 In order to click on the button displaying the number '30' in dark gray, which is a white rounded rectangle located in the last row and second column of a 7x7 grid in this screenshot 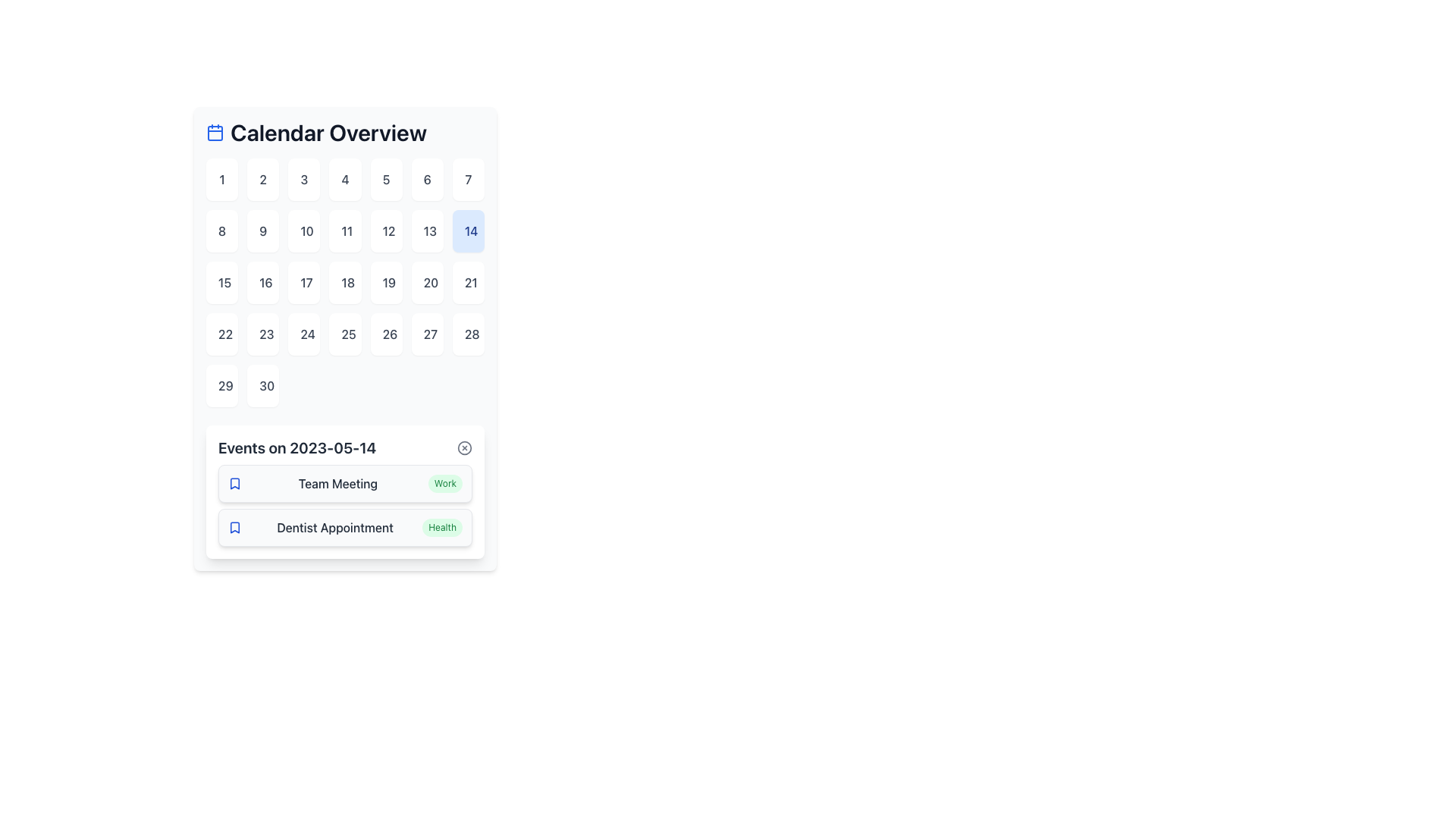, I will do `click(263, 385)`.